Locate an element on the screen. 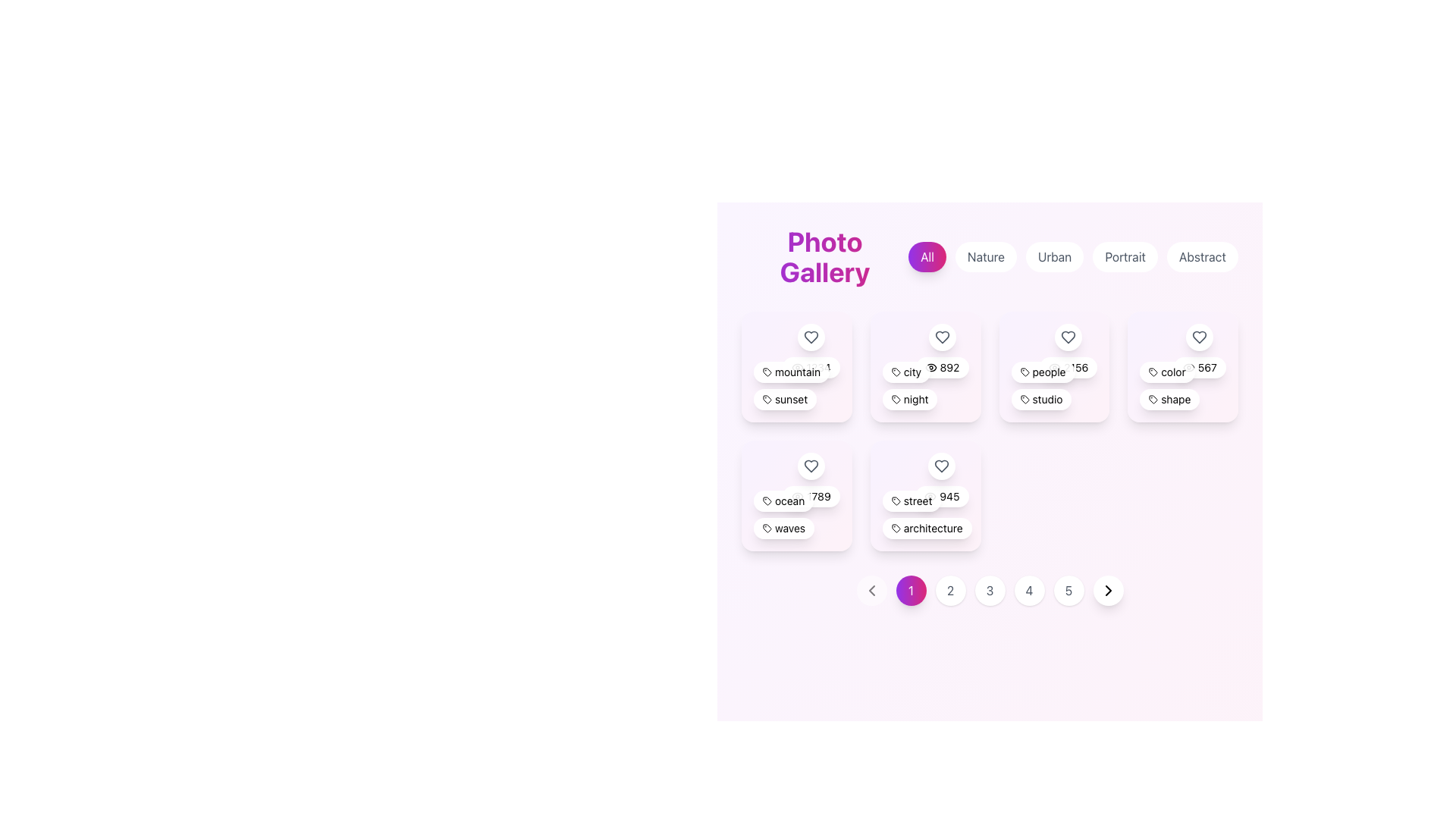 This screenshot has height=819, width=1456. the heart icon on the 'citynight' card, which is the second card in the second row of the grid layout, to mark it as a favorite is located at coordinates (924, 366).